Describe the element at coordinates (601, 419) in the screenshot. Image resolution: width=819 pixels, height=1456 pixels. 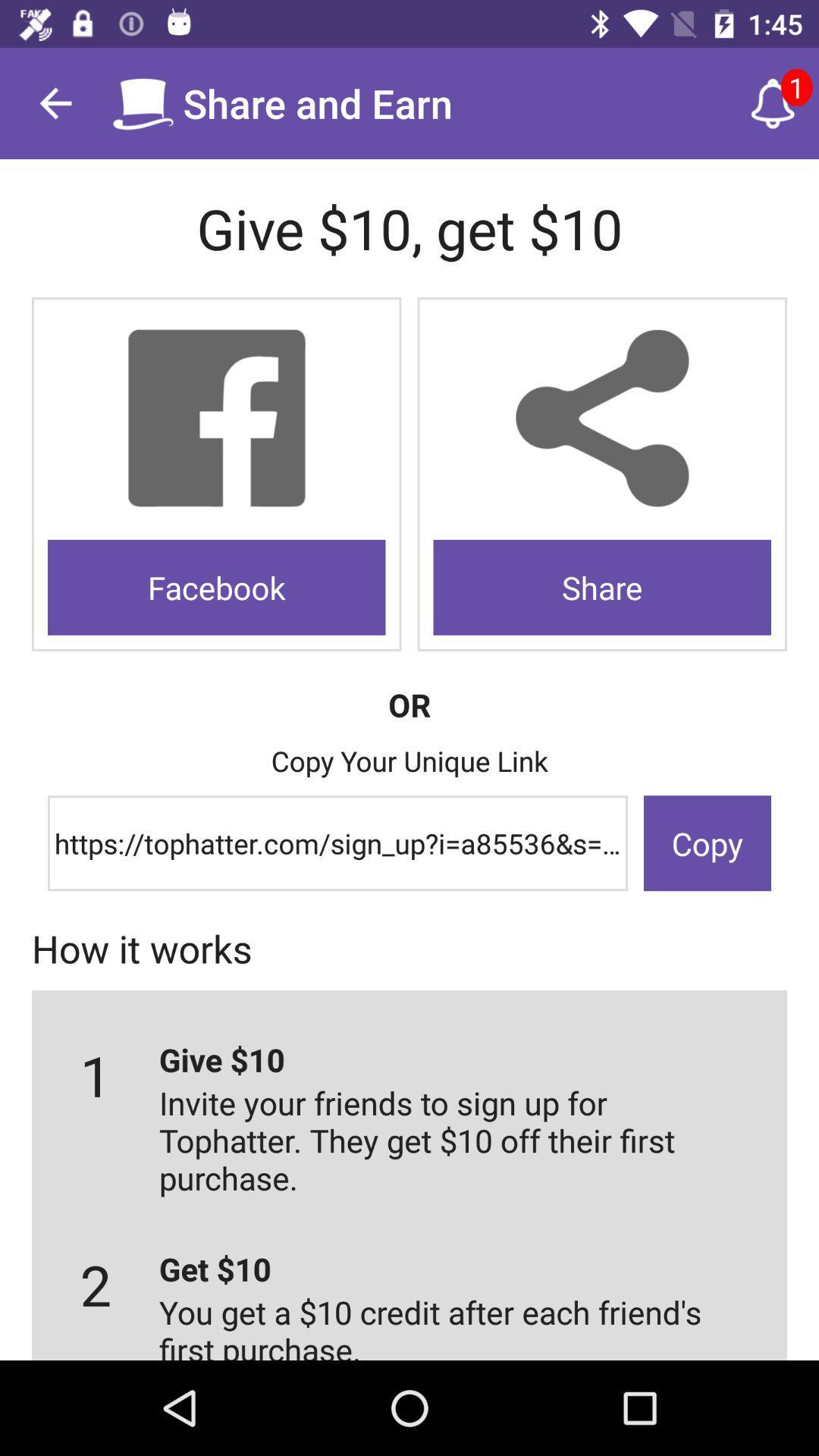
I see `click share` at that location.